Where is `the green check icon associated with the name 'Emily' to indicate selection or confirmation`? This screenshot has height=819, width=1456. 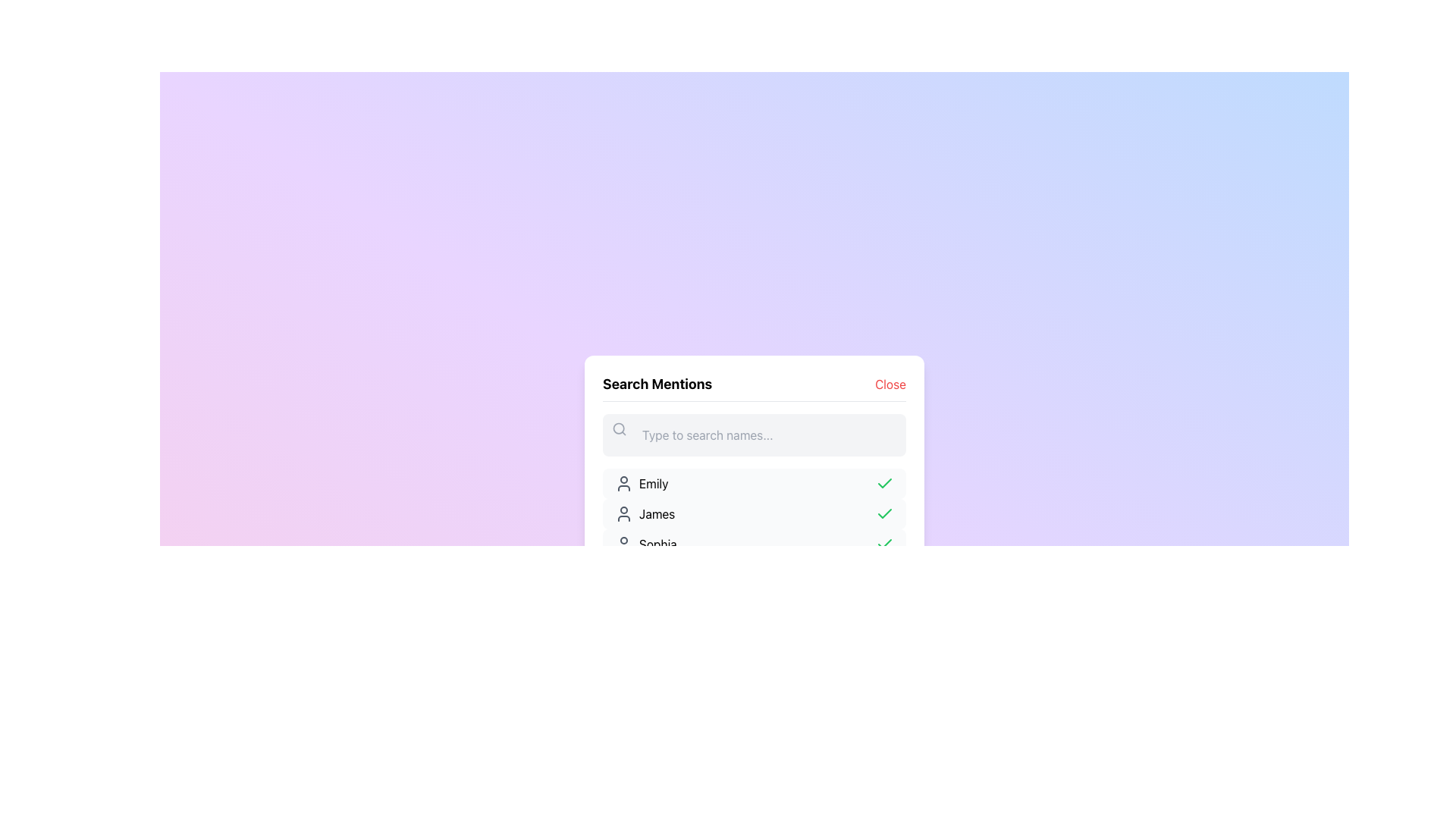 the green check icon associated with the name 'Emily' to indicate selection or confirmation is located at coordinates (884, 482).